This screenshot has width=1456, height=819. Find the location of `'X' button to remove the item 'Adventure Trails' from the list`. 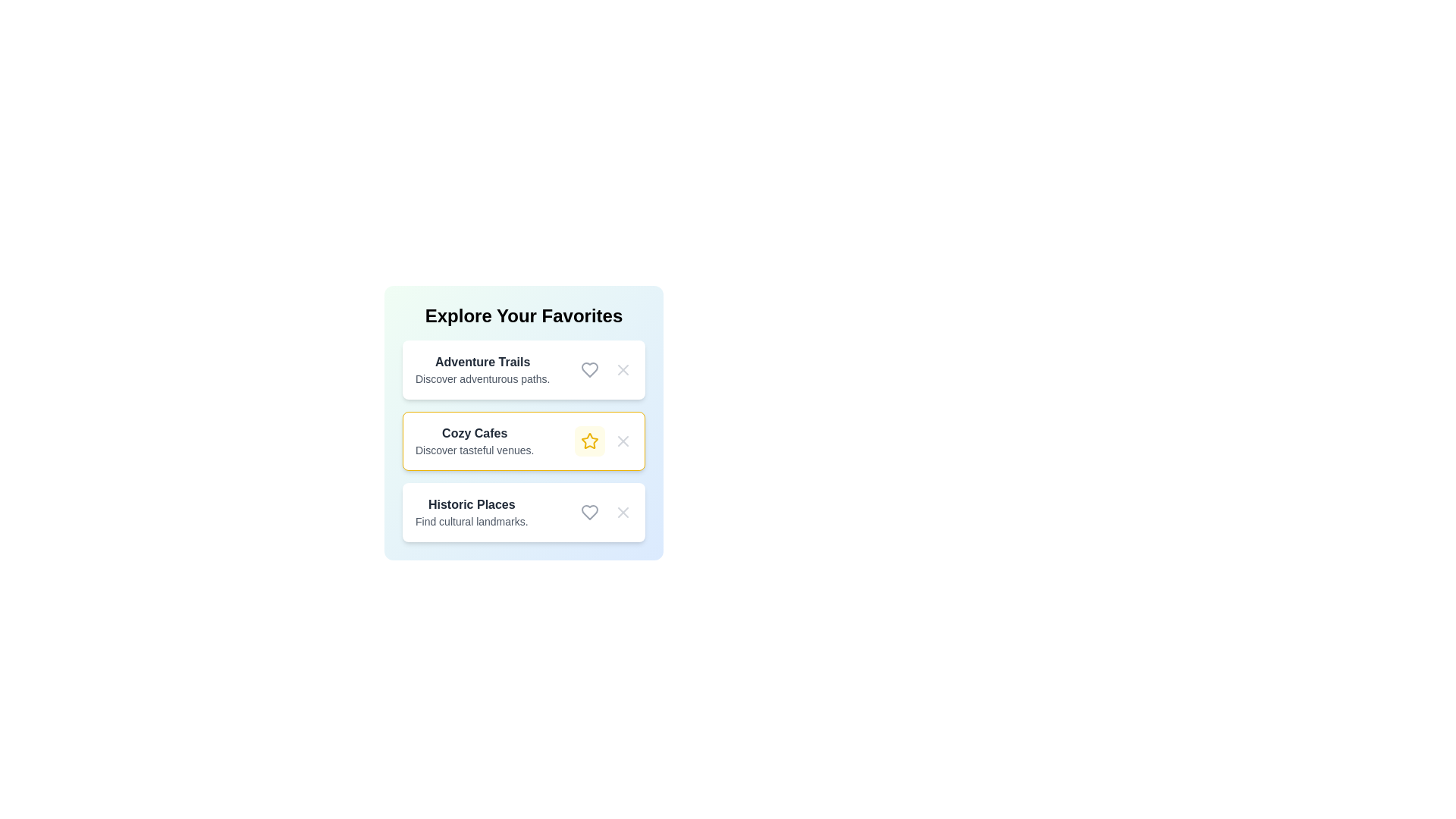

'X' button to remove the item 'Adventure Trails' from the list is located at coordinates (623, 370).